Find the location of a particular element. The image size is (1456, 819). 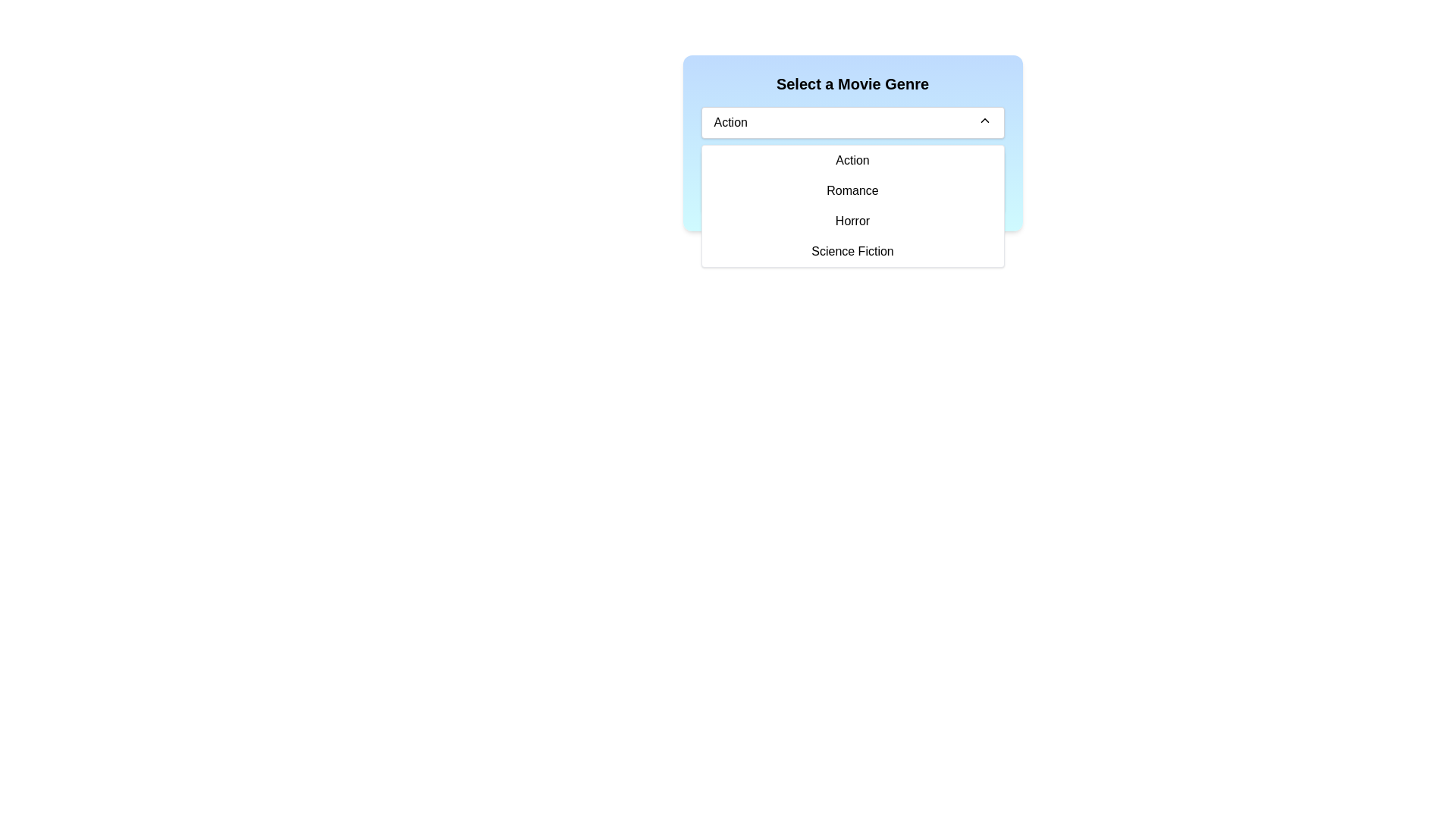

text displayed in the Label/Text Display that shows the word 'Action', which is positioned on the left side of the dropdown menu box is located at coordinates (730, 122).